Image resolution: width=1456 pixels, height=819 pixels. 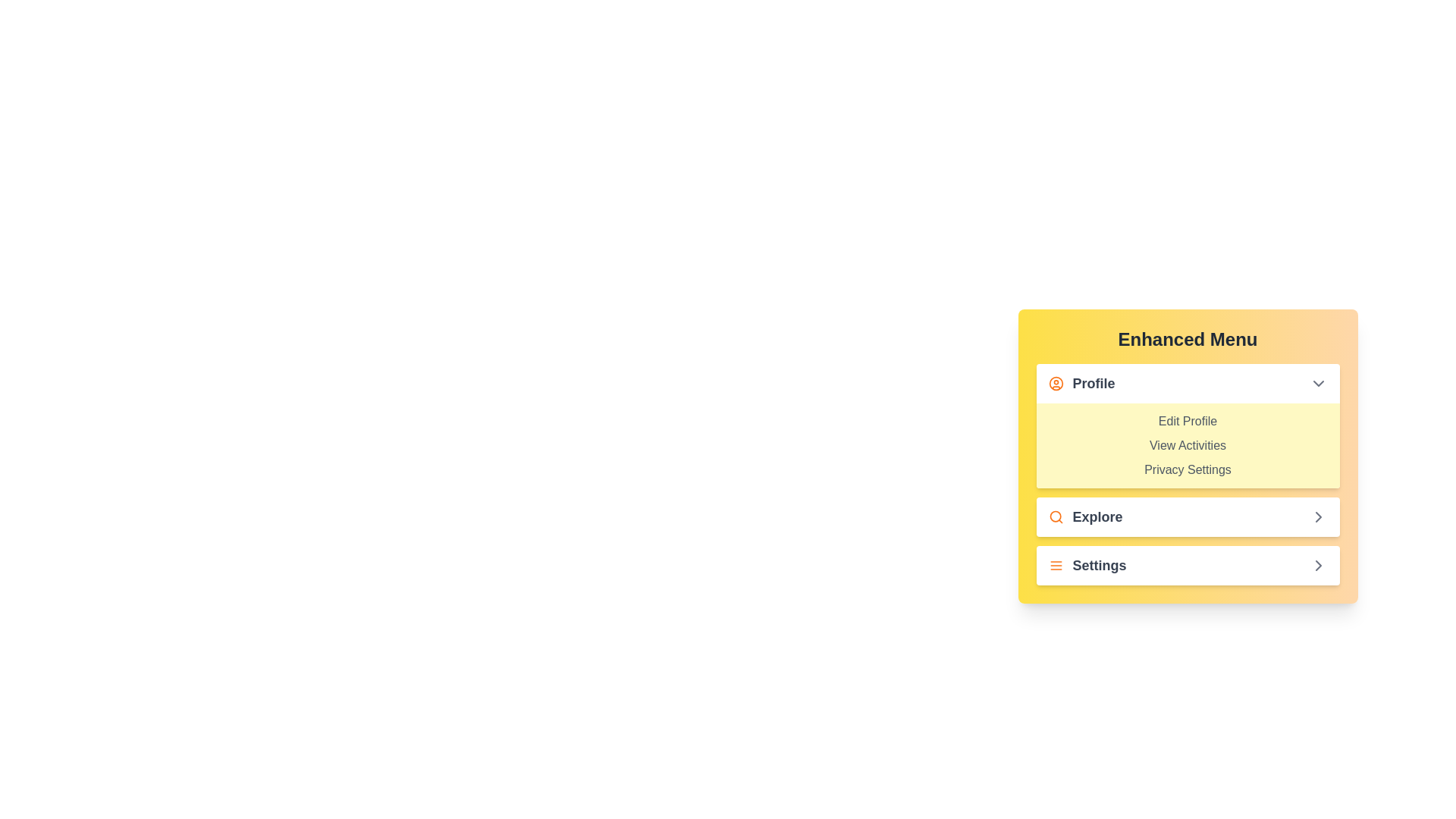 What do you see at coordinates (1055, 565) in the screenshot?
I see `the menu icon located immediately to the left of the 'Settings' text in the bottom section of the yellow menu panel` at bounding box center [1055, 565].